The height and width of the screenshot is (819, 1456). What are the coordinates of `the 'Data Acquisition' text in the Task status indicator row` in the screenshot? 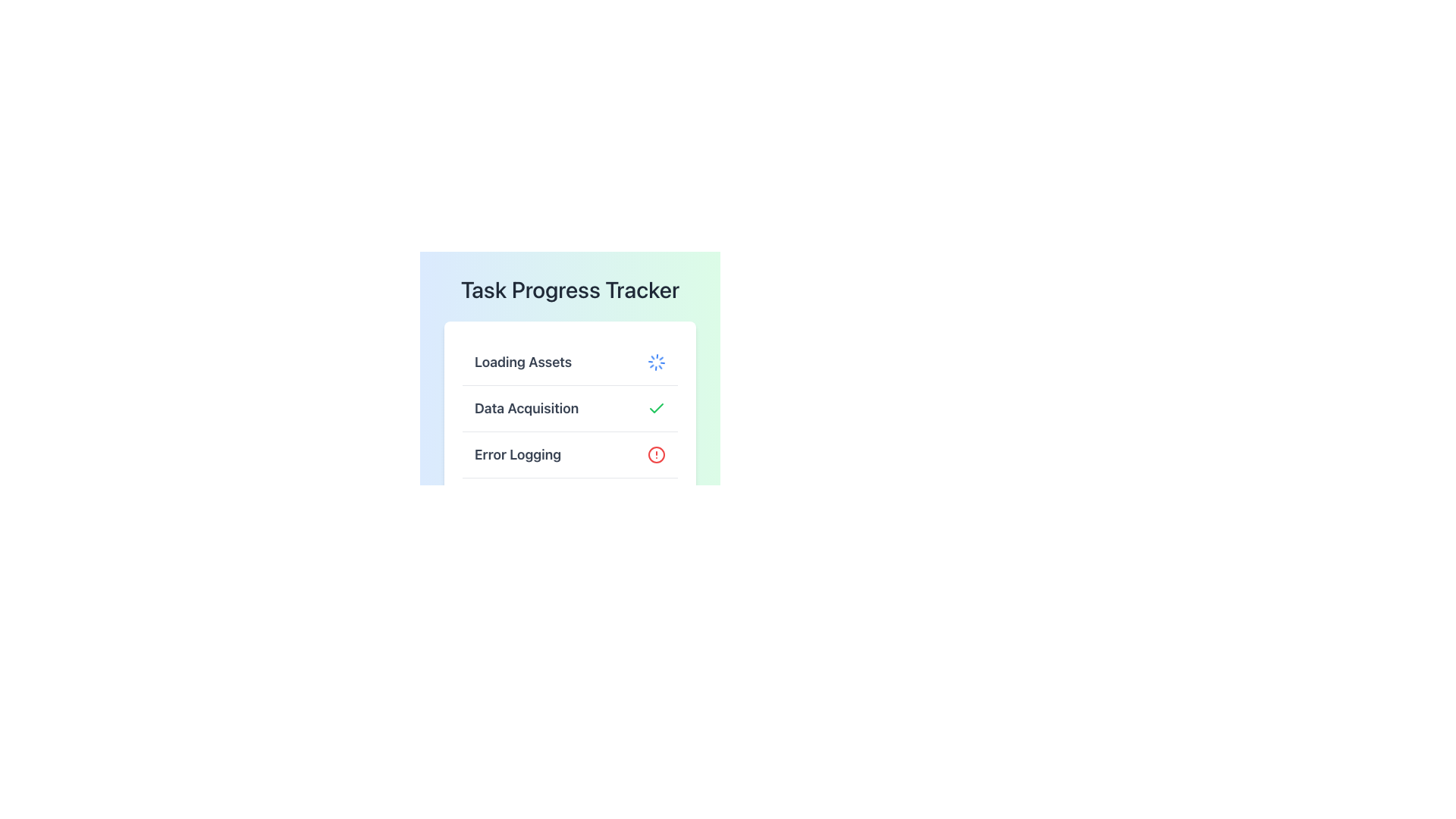 It's located at (570, 408).